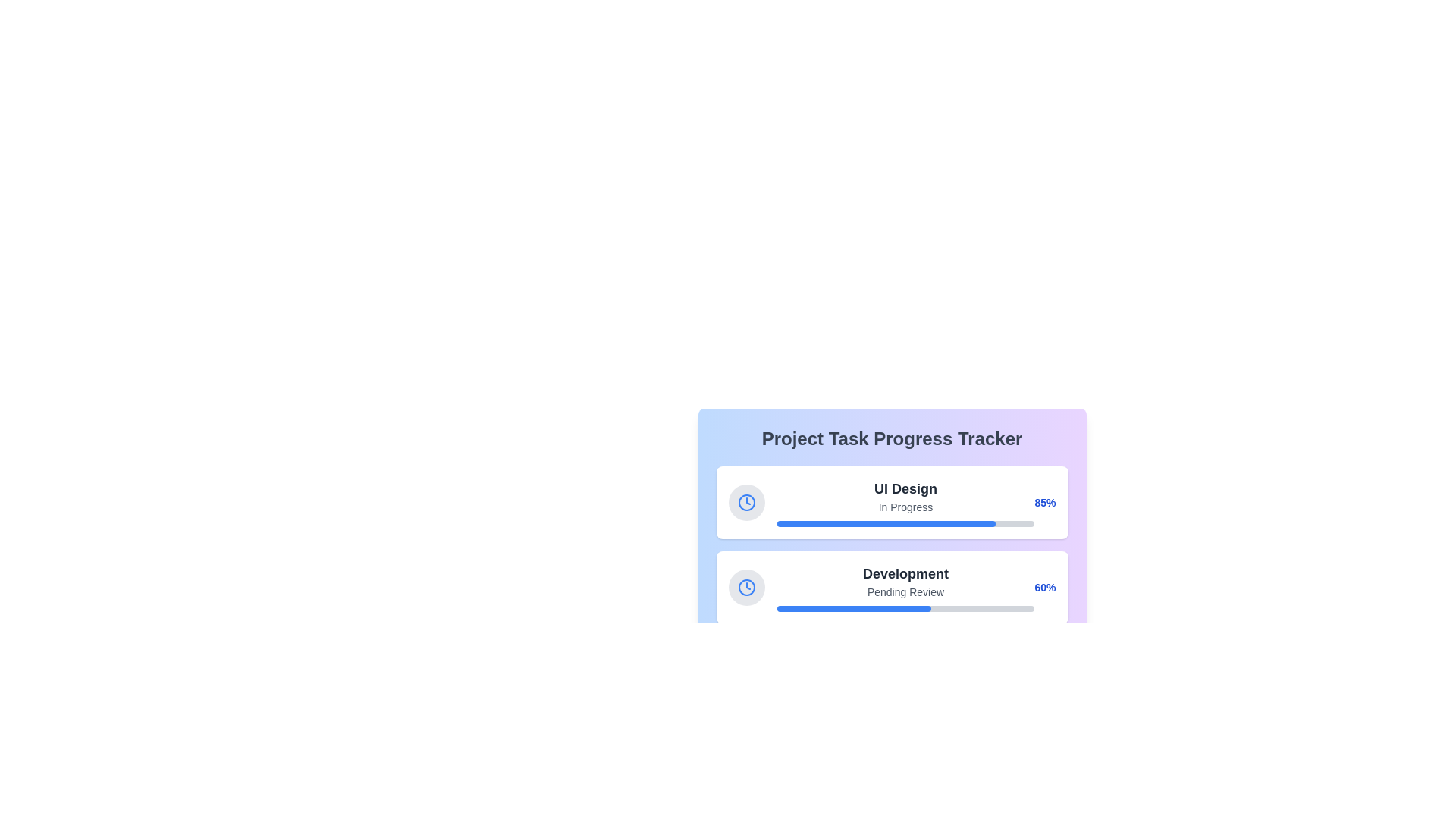 The image size is (1456, 819). I want to click on the SVG-based time icon located to the left of the 'Development' text, which is centrally aligned within a circular gray background, so click(746, 503).